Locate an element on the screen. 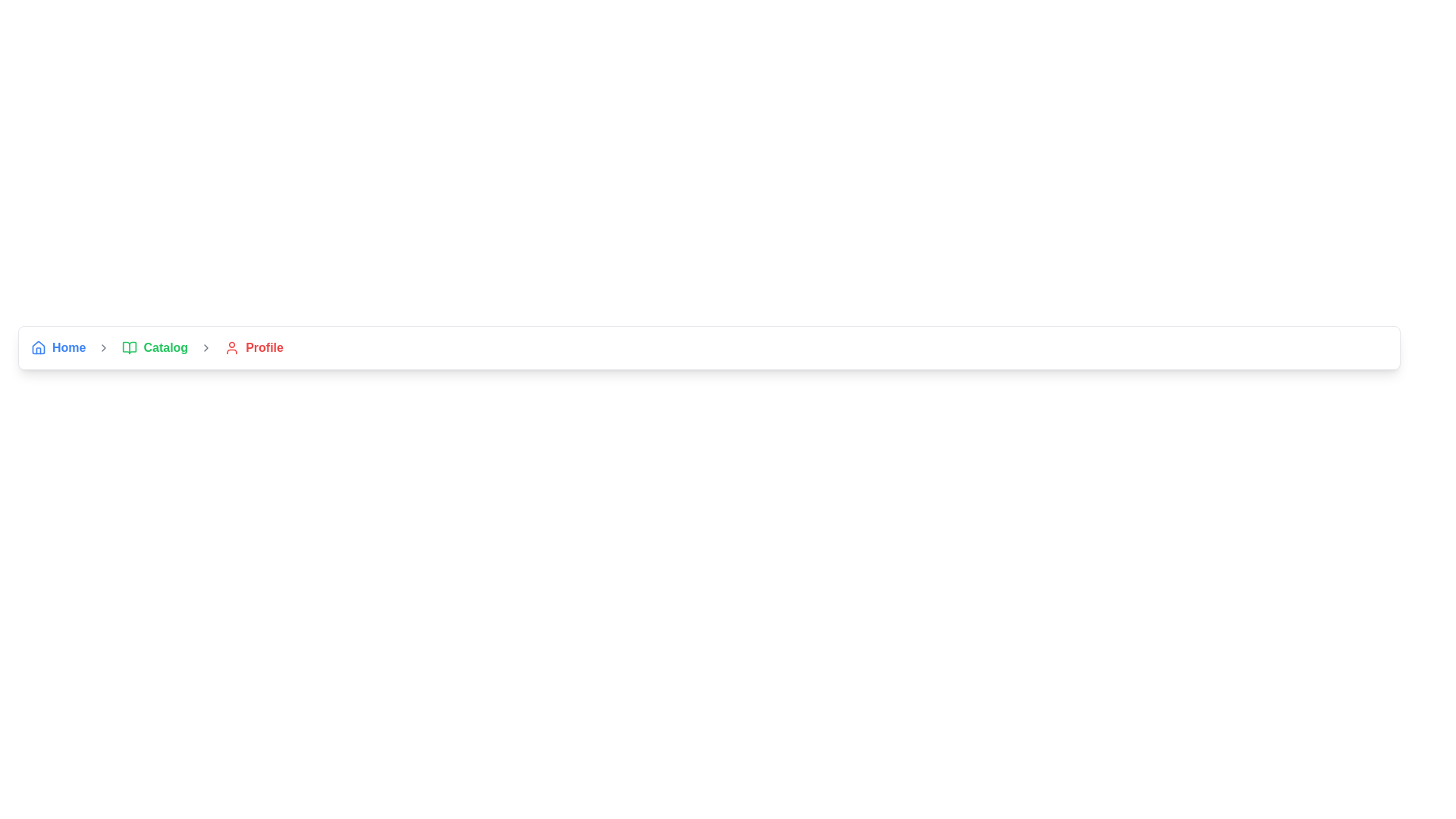 This screenshot has width=1456, height=819. the small rightward-pointing arrow icon, which is positioned immediately after the 'Home' text link and icon in the navigation row, and before the 'Catalog' section is located at coordinates (103, 348).